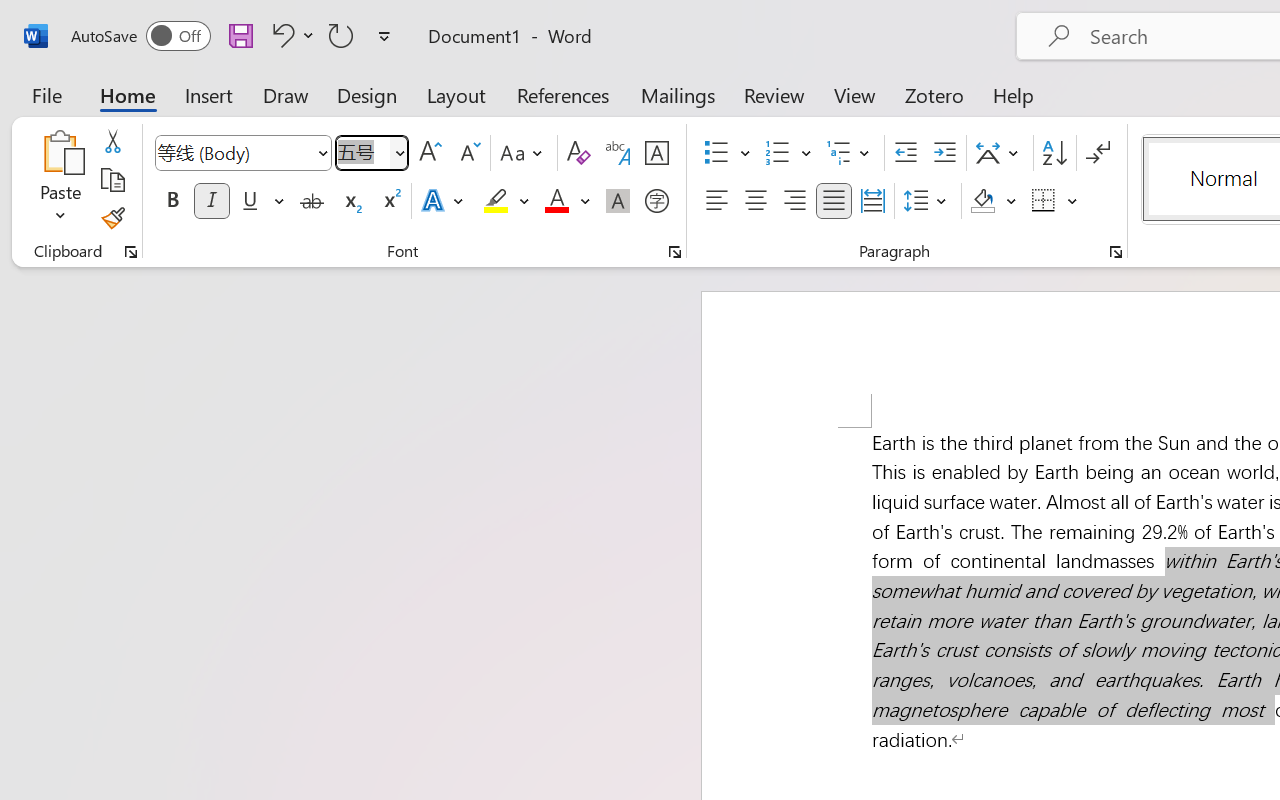  Describe the element at coordinates (755, 201) in the screenshot. I see `'Center'` at that location.